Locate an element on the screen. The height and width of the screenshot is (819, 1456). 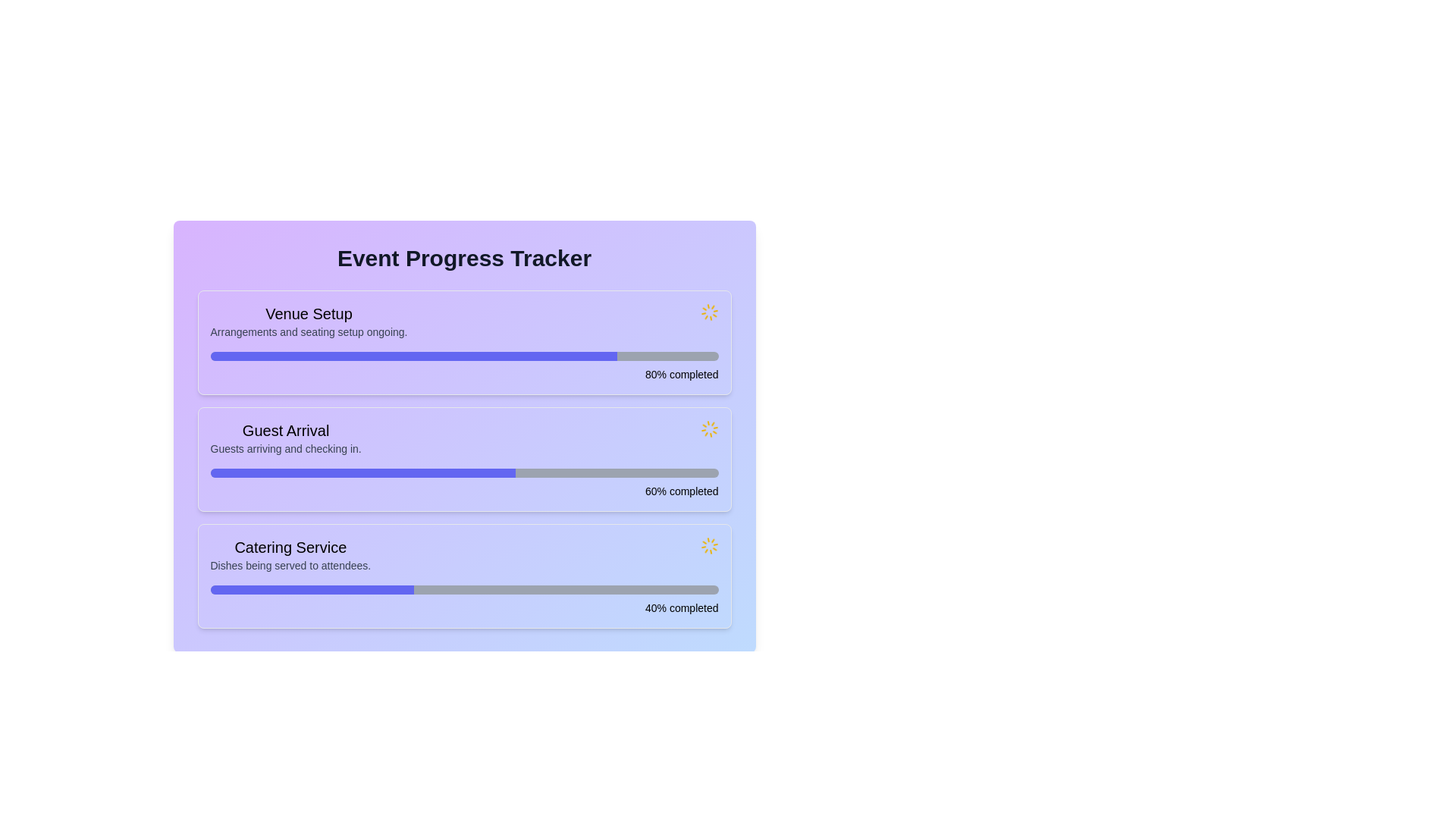
text content element that displays 'Dishes being served to attendees.' located within the progress tracker interface, positioned below 'Catering Service.' is located at coordinates (290, 565).